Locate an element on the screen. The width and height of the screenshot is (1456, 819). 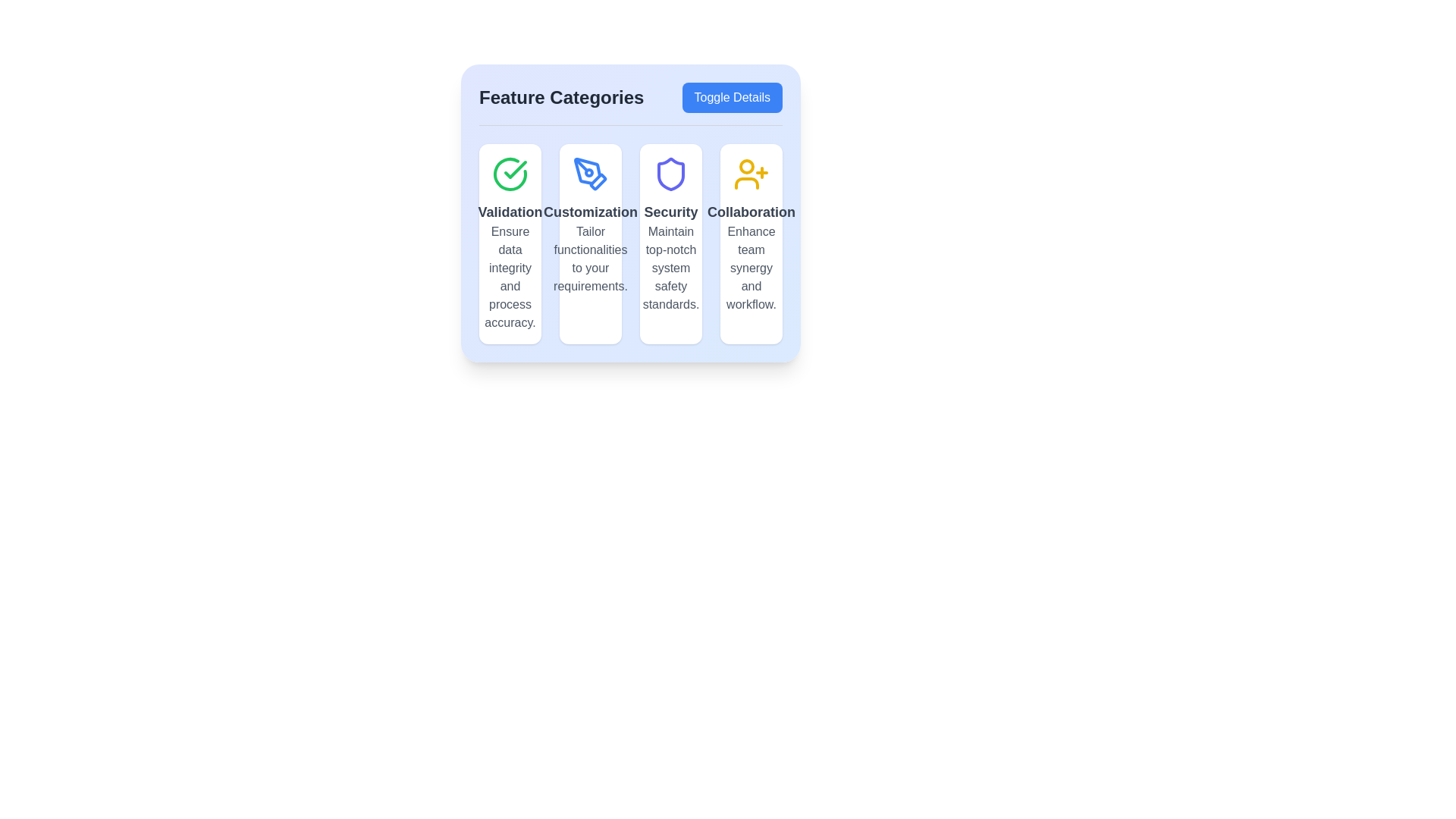
descriptive text label providing information about the 'Security' feature located in the third card from the left in a grid of four cards, positioned centrally beneath the heading 'Security' is located at coordinates (670, 268).